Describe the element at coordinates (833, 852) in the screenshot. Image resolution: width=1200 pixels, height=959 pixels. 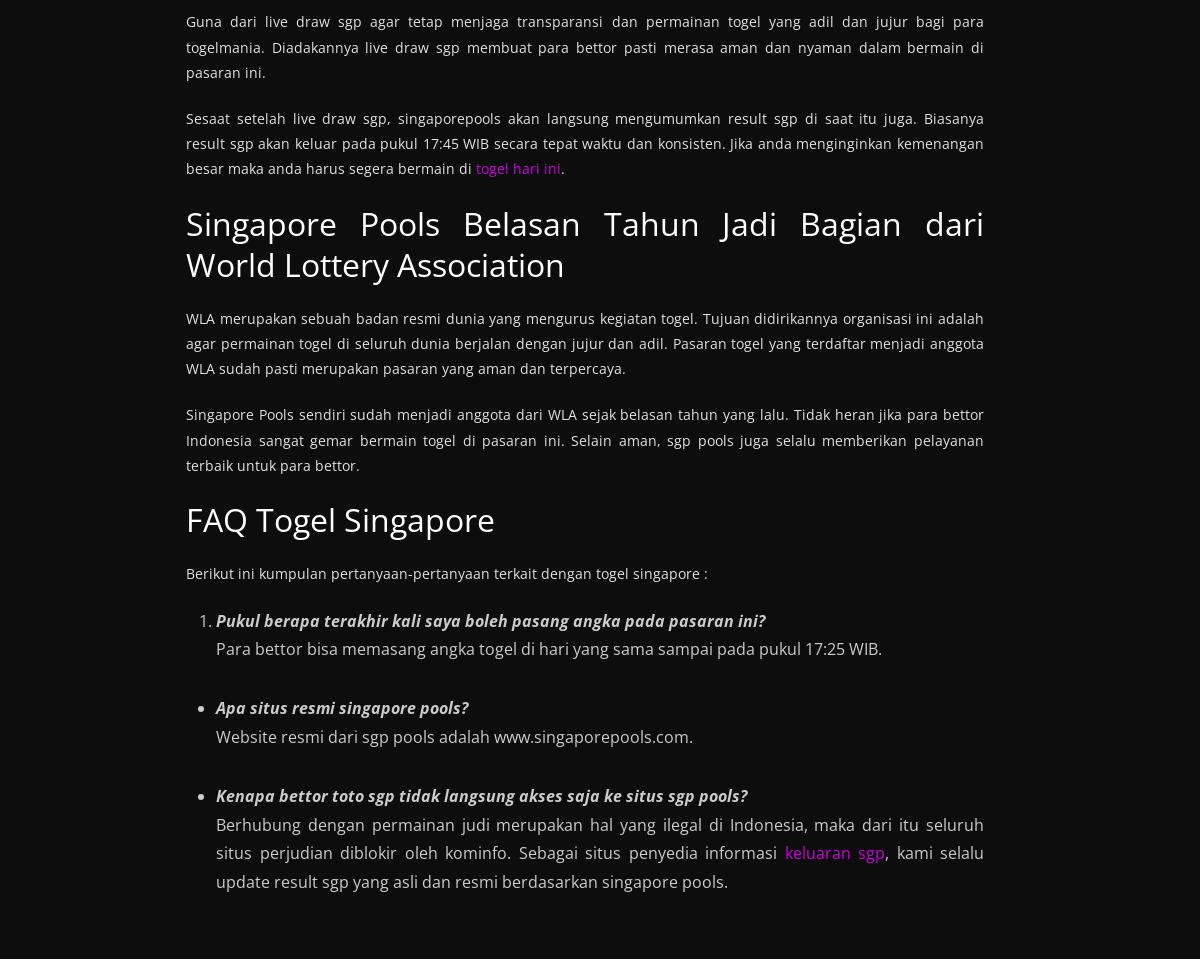
I see `'keluaran sgp'` at that location.